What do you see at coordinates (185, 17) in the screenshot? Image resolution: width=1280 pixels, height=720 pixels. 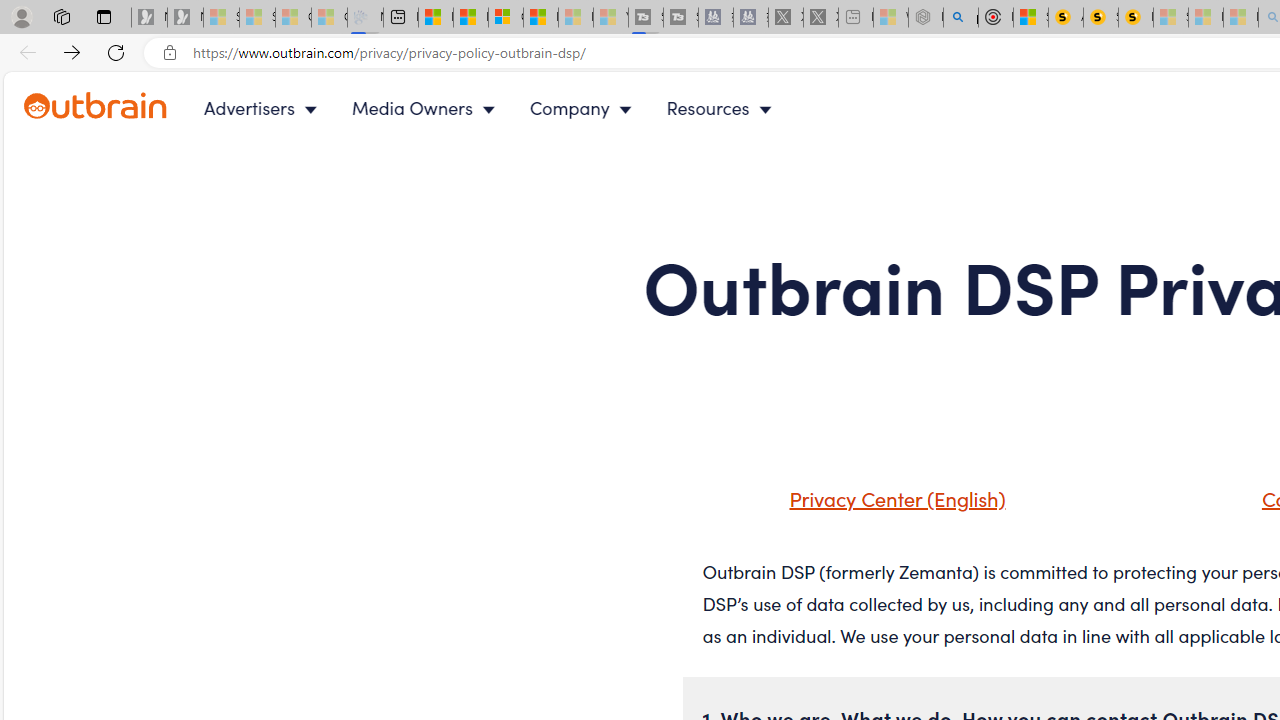 I see `'Newsletter Sign Up - Sleeping'` at bounding box center [185, 17].